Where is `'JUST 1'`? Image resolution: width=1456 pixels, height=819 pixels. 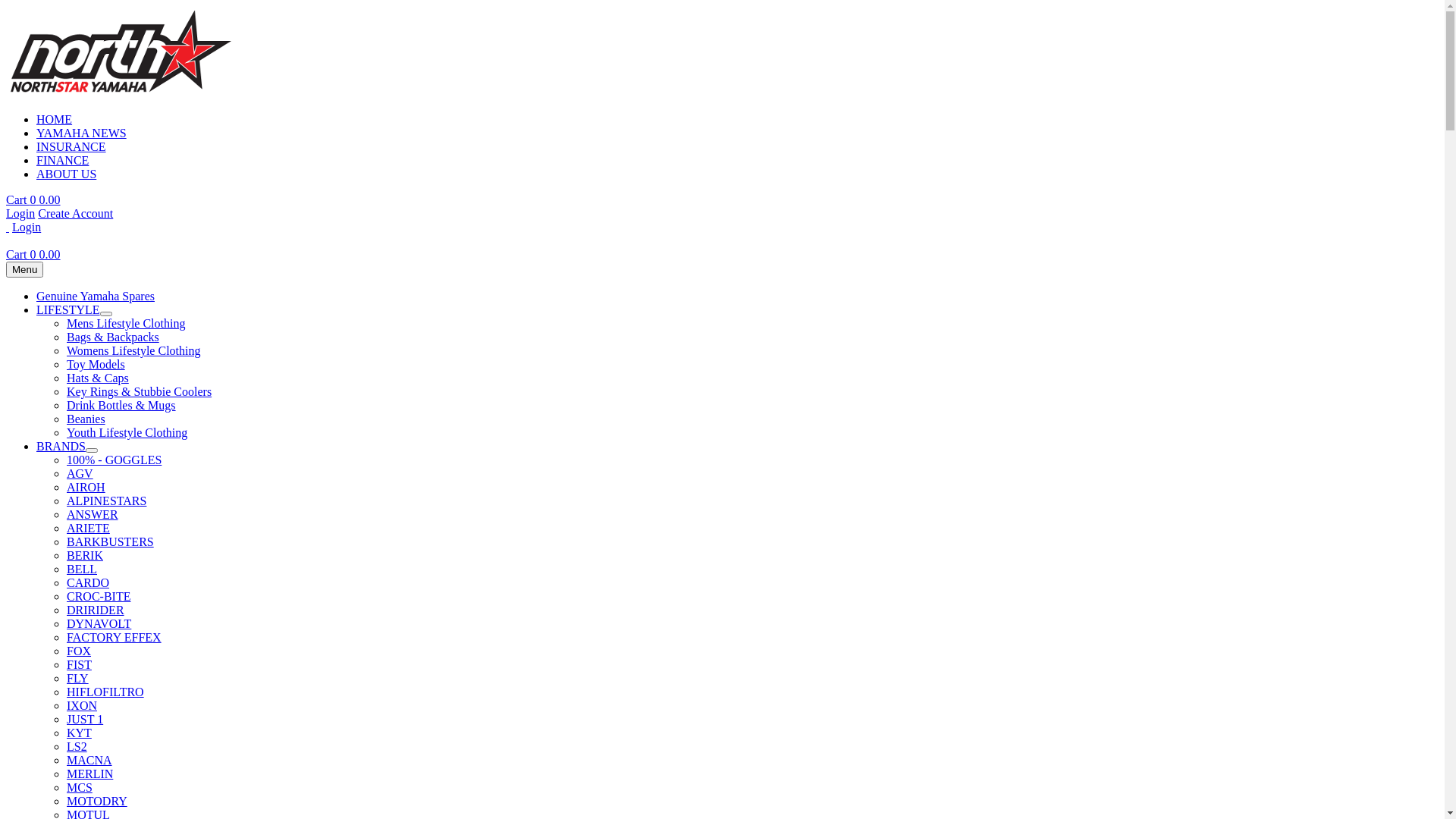
'JUST 1' is located at coordinates (83, 718).